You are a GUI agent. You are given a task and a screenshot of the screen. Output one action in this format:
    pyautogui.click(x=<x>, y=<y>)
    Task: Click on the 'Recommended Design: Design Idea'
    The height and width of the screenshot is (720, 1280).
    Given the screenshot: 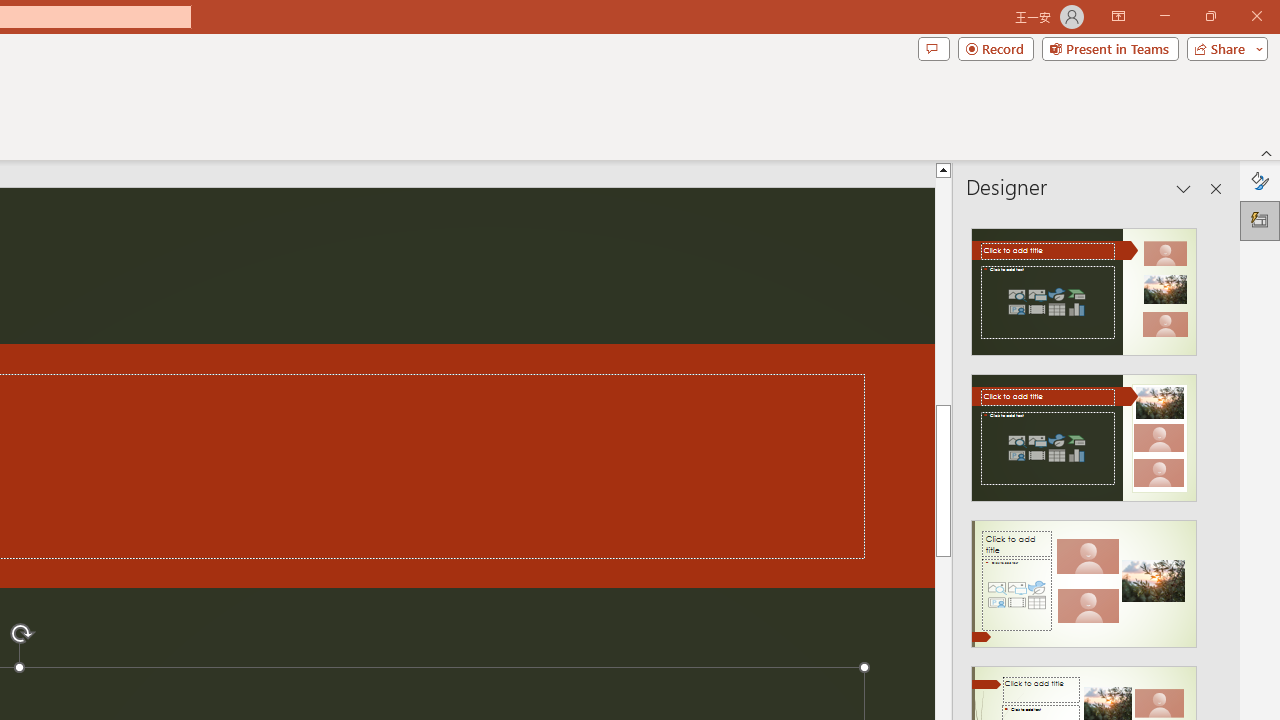 What is the action you would take?
    pyautogui.click(x=1083, y=286)
    